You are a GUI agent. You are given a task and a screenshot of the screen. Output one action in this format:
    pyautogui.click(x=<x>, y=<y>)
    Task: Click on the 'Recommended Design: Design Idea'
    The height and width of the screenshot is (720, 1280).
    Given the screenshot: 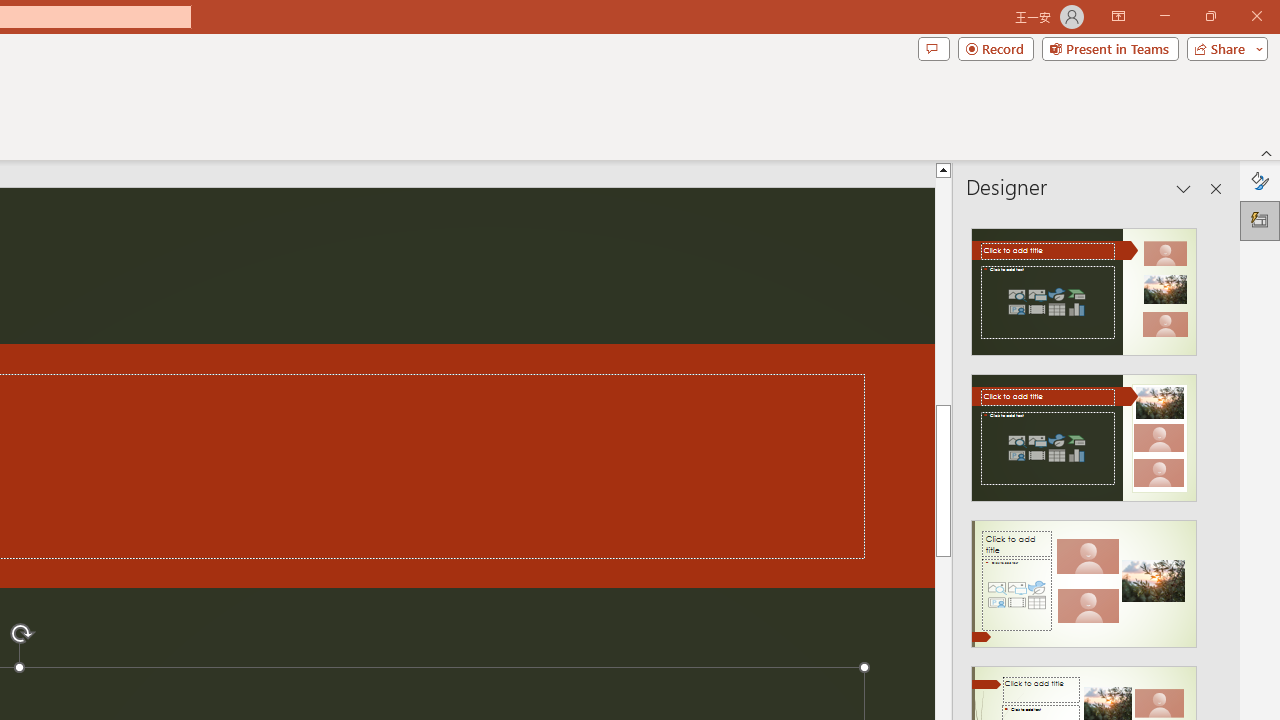 What is the action you would take?
    pyautogui.click(x=1083, y=286)
    